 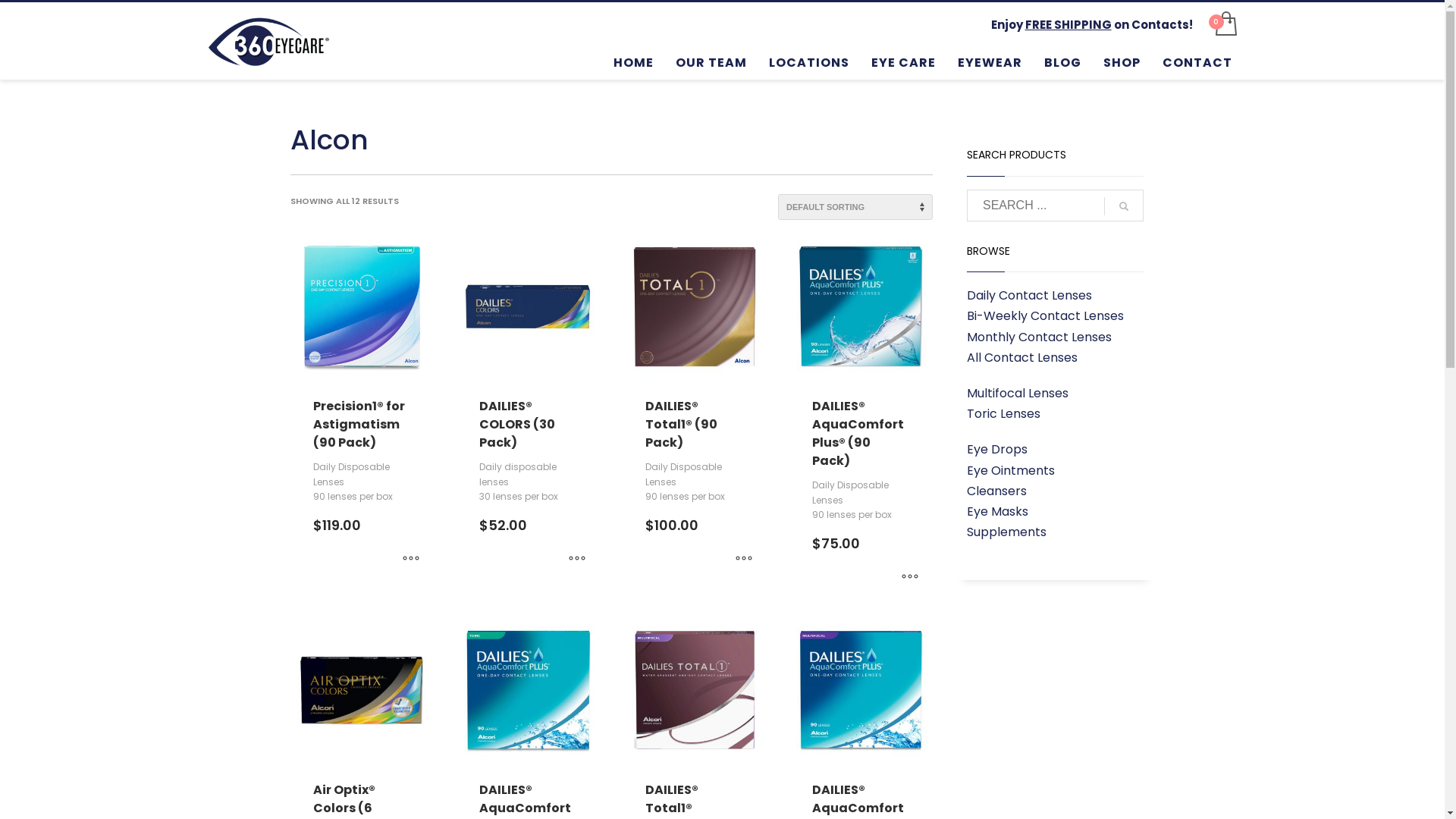 I want to click on 'go', so click(x=1124, y=206).